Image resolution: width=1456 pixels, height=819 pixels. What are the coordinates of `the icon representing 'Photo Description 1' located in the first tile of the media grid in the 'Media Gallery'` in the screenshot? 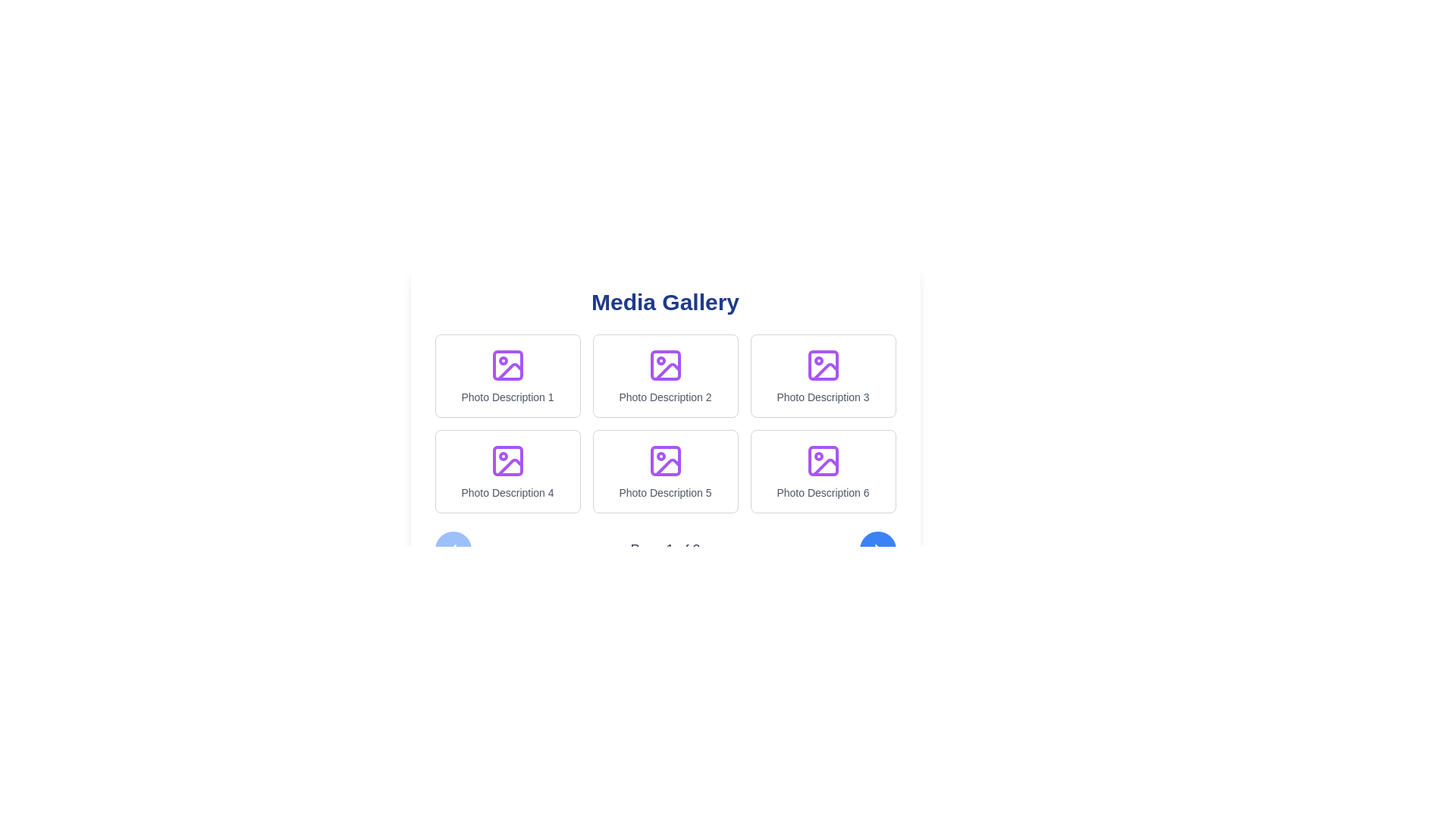 It's located at (507, 366).